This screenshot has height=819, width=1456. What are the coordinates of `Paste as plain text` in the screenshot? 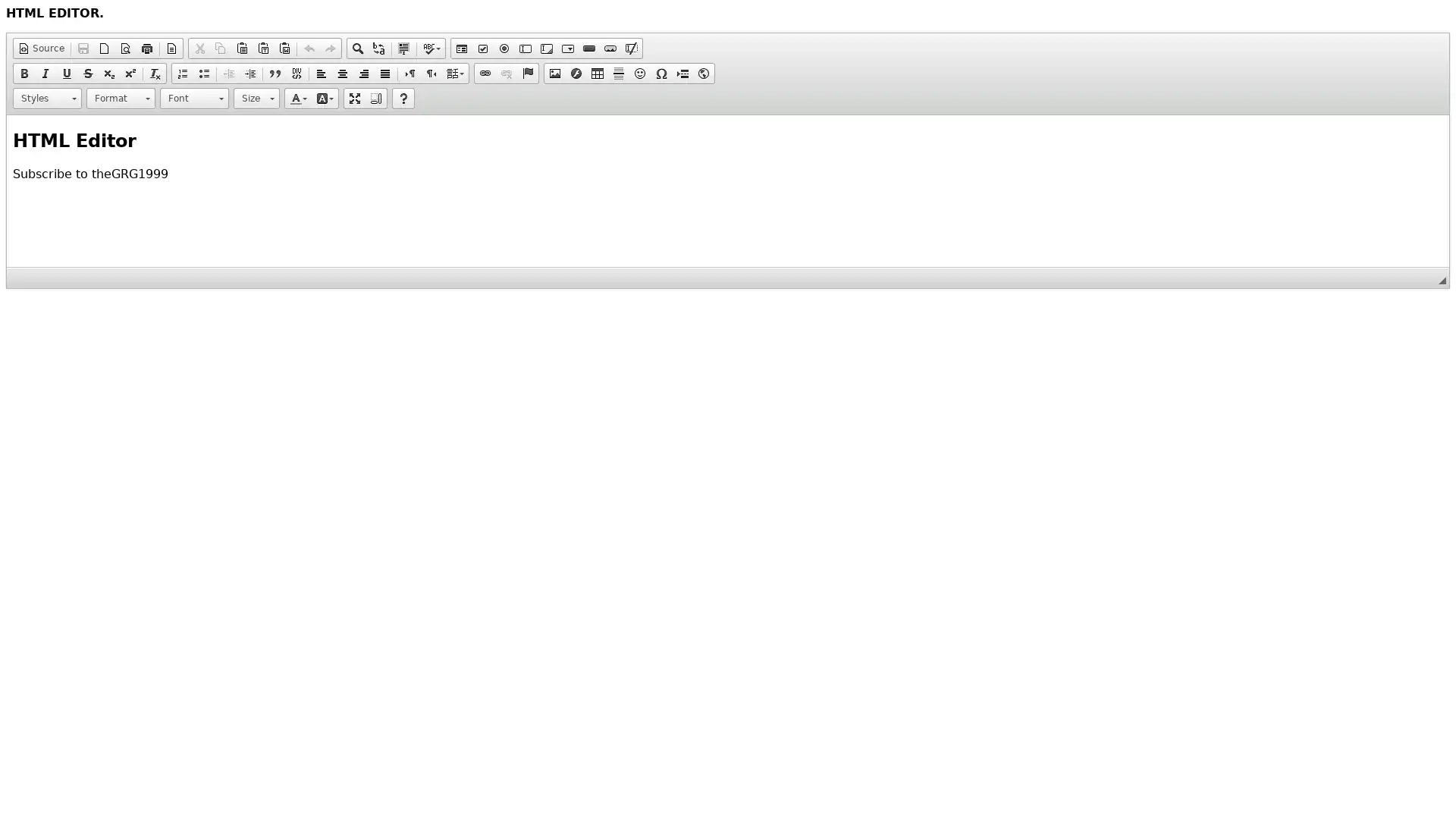 It's located at (262, 48).